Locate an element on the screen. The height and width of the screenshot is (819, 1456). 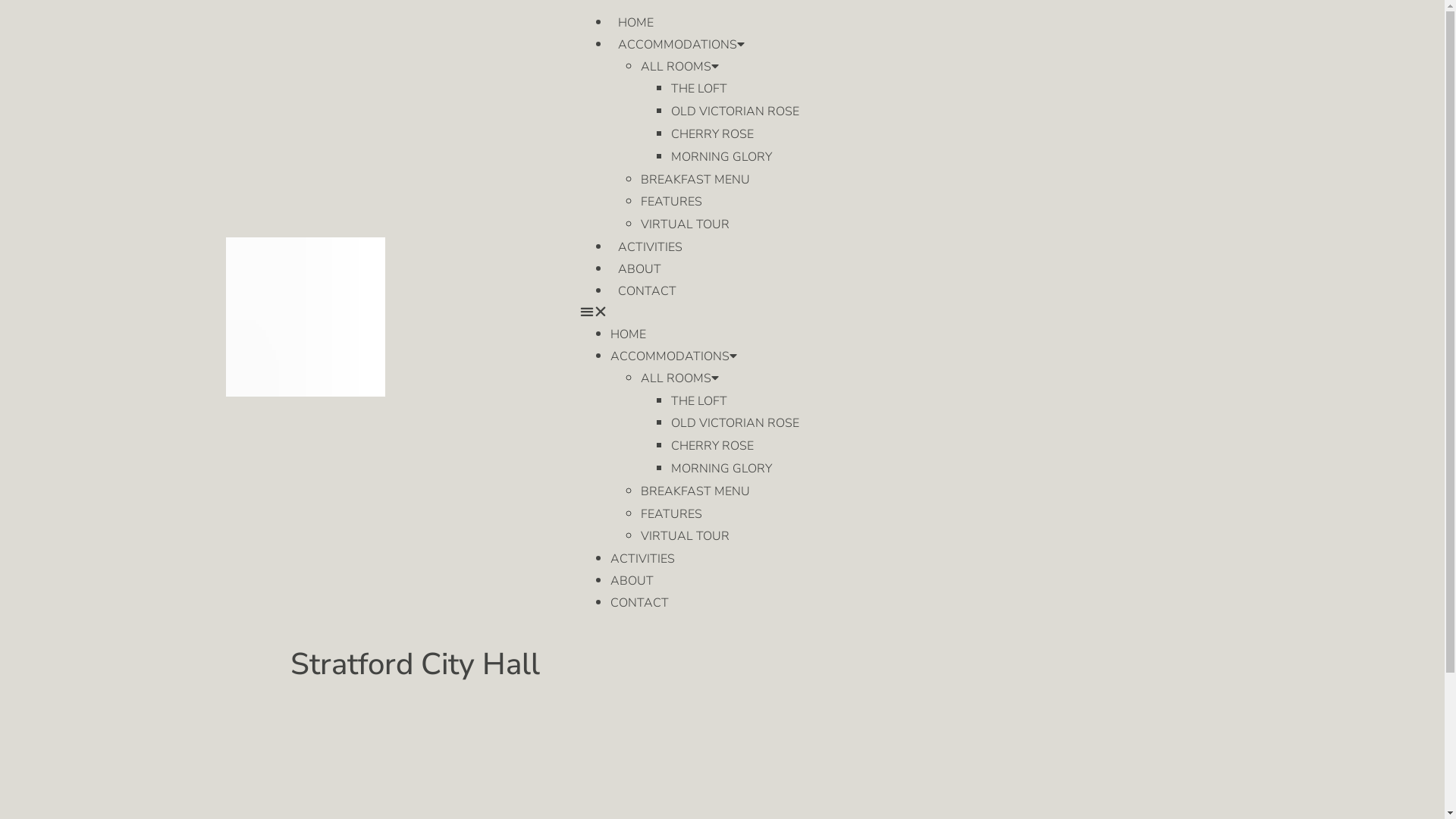
'ABOUT' is located at coordinates (639, 268).